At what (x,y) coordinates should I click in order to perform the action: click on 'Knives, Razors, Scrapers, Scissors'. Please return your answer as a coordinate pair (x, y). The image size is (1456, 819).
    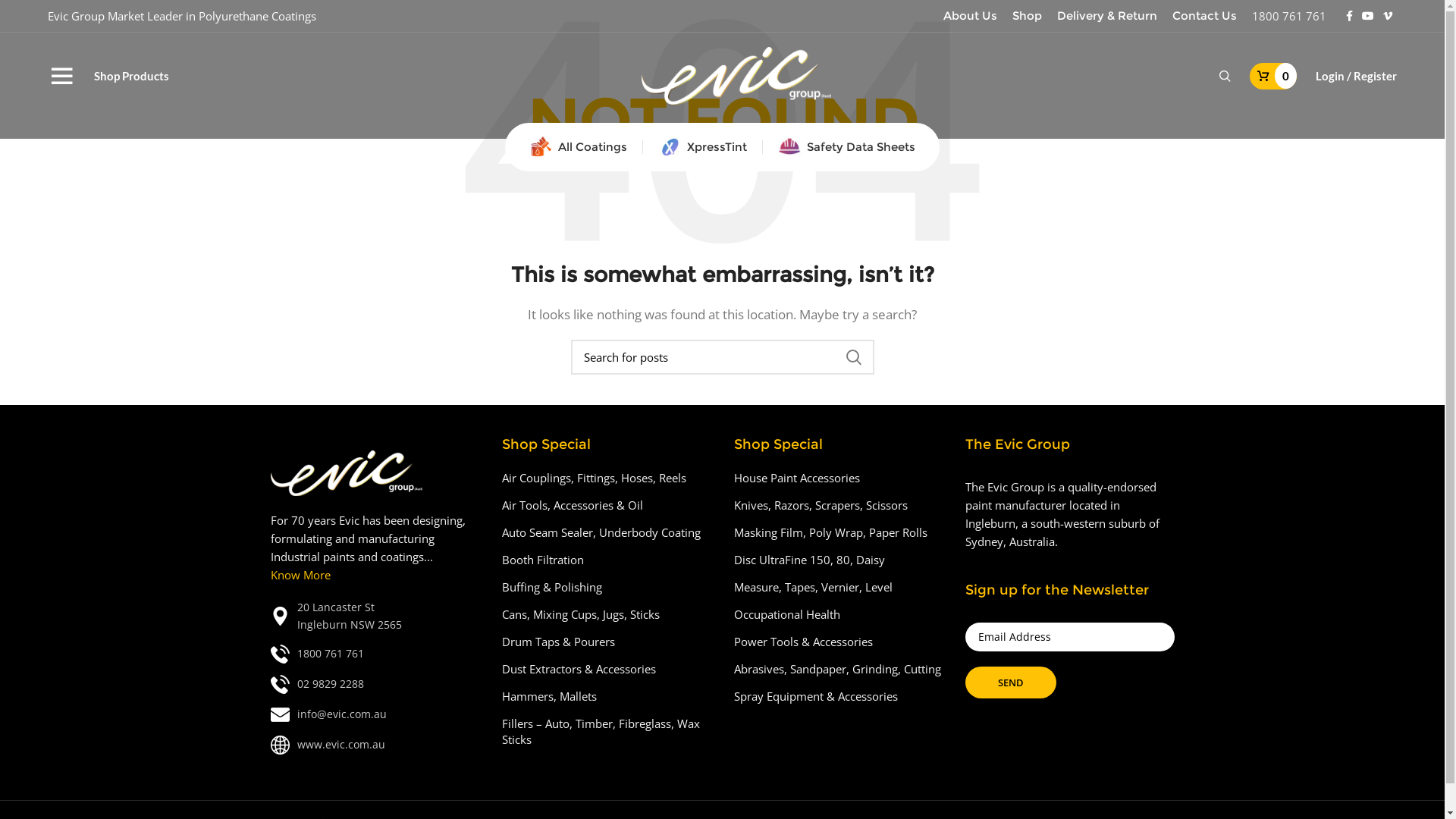
    Looking at the image, I should click on (821, 505).